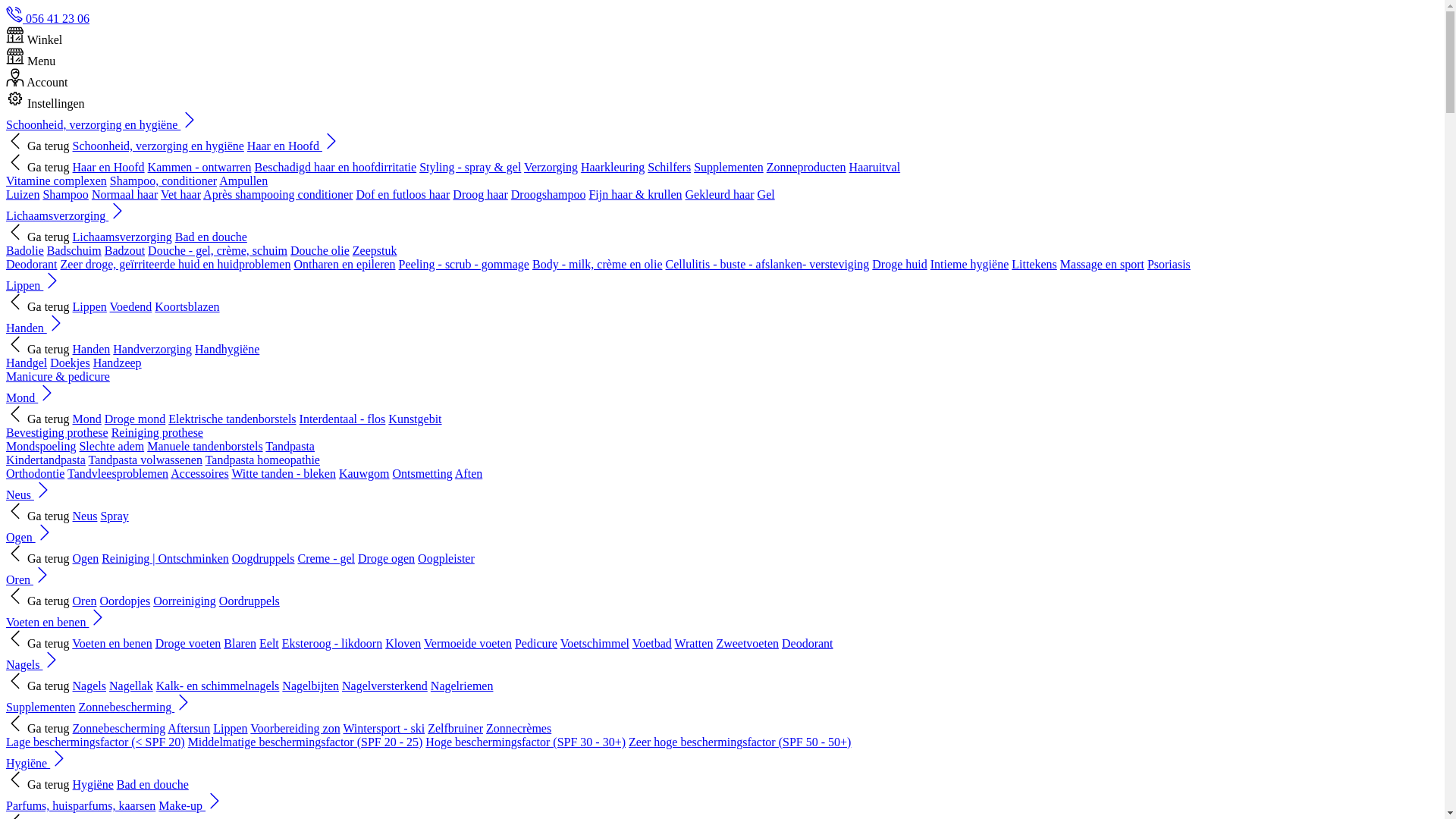 This screenshot has height=819, width=1456. What do you see at coordinates (548, 193) in the screenshot?
I see `'Droogshampoo'` at bounding box center [548, 193].